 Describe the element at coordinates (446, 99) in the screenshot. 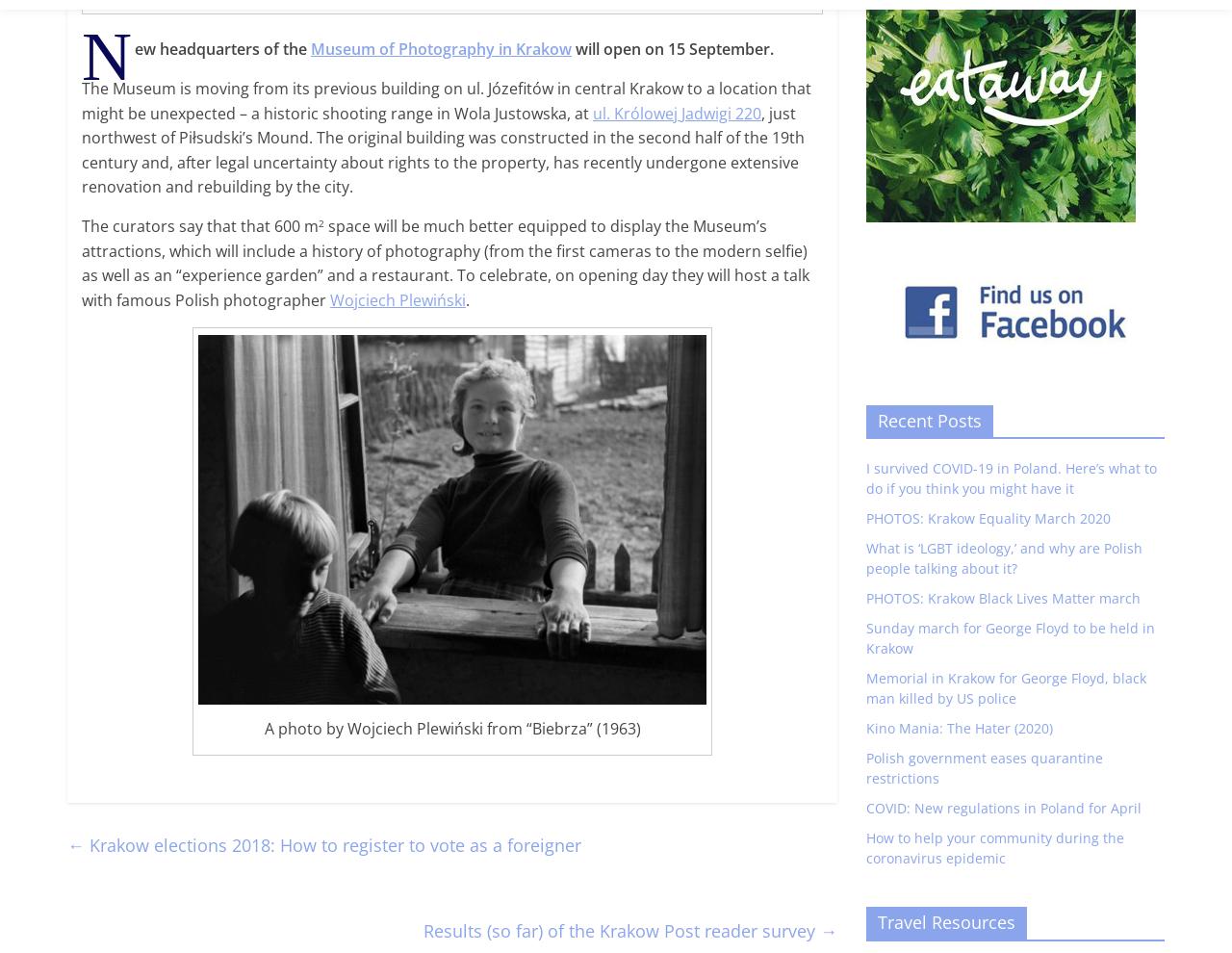

I see `'The Museum is moving from its previous building on ul. Józefitów in central Krakow to a location that might be unexpected – a historic shooting range in Wola Justowska, at'` at that location.